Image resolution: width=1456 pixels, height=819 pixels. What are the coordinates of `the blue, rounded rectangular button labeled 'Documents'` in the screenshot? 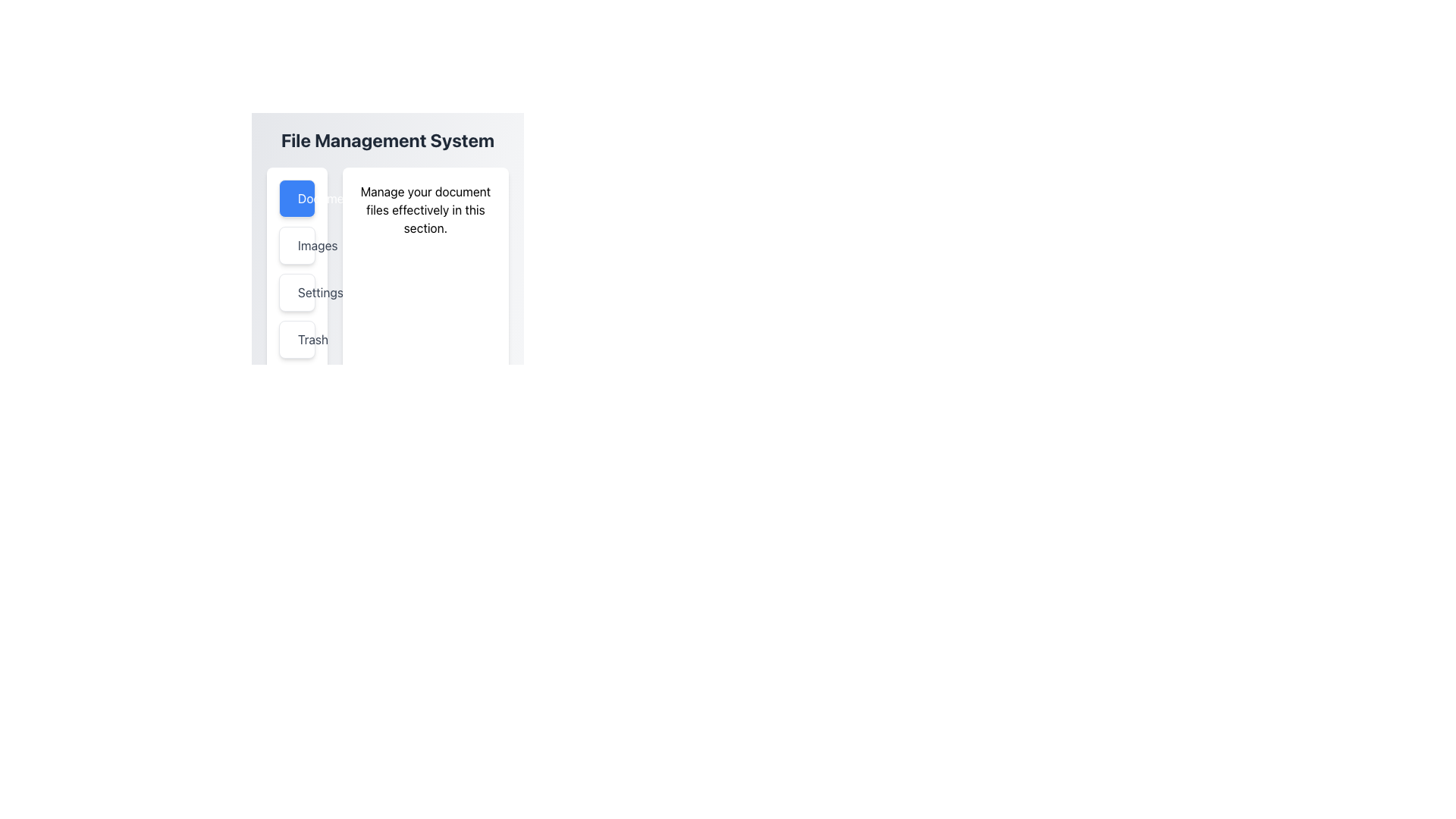 It's located at (297, 198).